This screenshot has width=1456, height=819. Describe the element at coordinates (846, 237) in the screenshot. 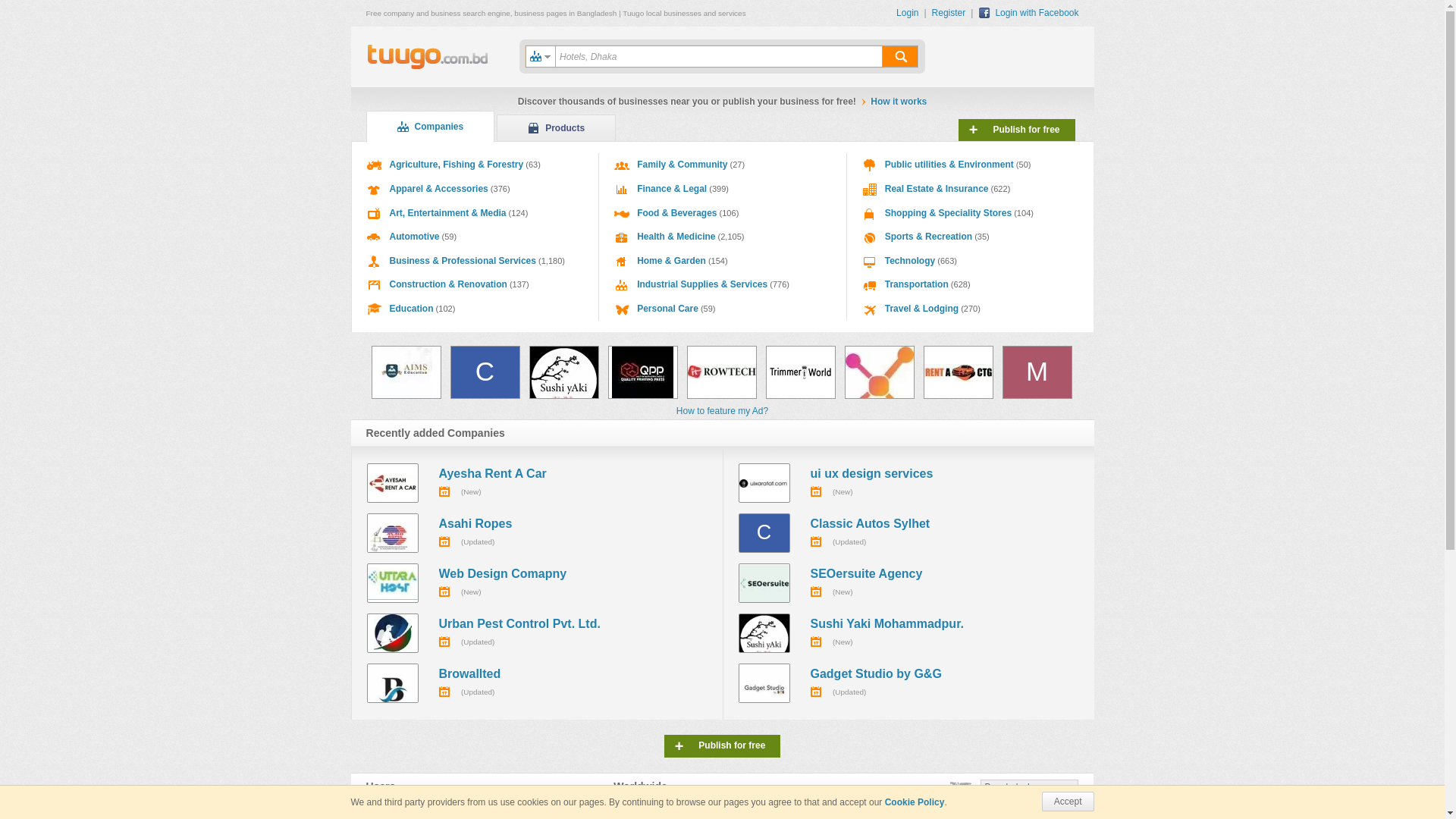

I see `' Sports & Recreation (35)'` at that location.